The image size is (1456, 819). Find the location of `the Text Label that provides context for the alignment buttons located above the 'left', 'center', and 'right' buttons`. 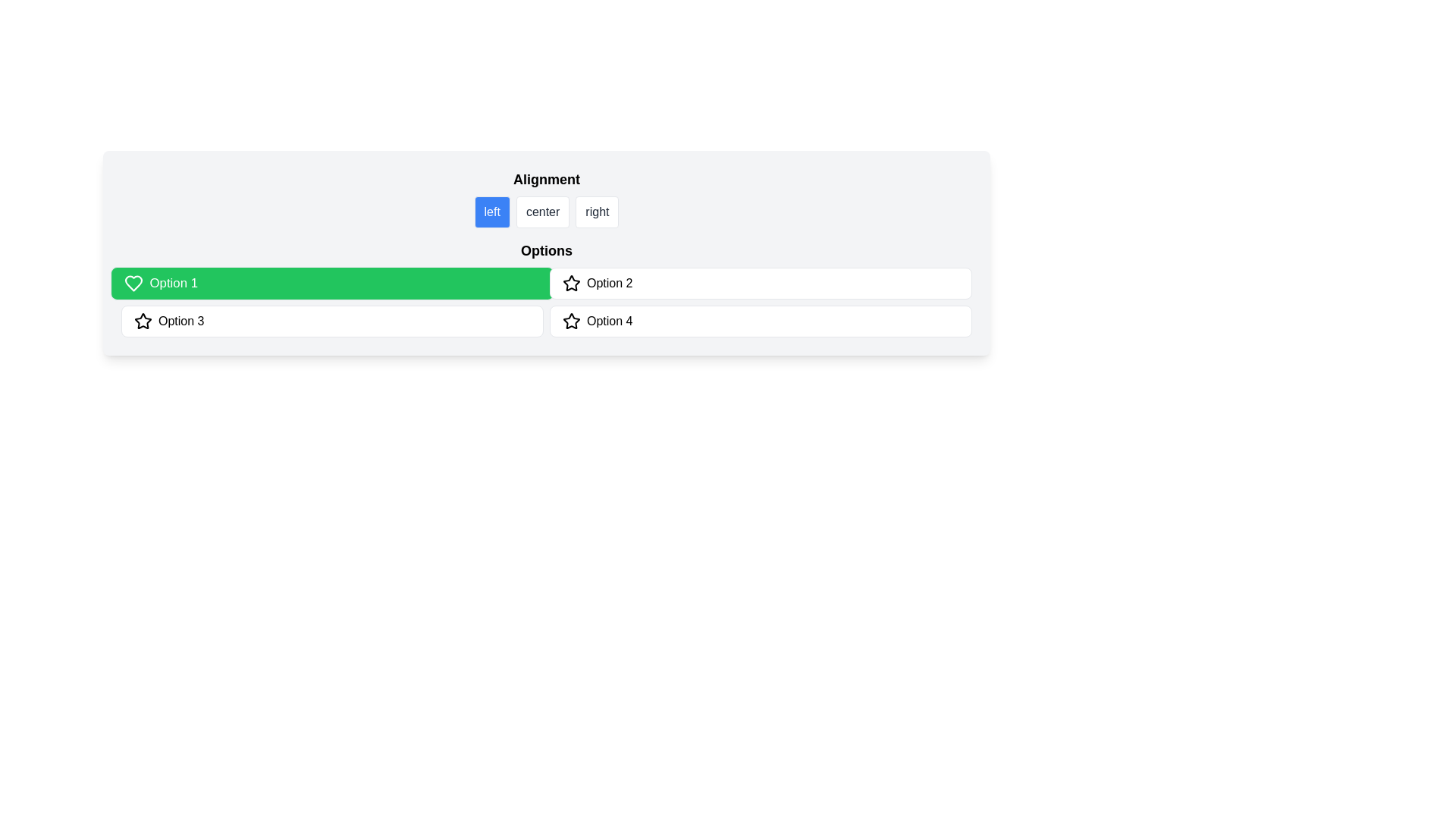

the Text Label that provides context for the alignment buttons located above the 'left', 'center', and 'right' buttons is located at coordinates (546, 178).